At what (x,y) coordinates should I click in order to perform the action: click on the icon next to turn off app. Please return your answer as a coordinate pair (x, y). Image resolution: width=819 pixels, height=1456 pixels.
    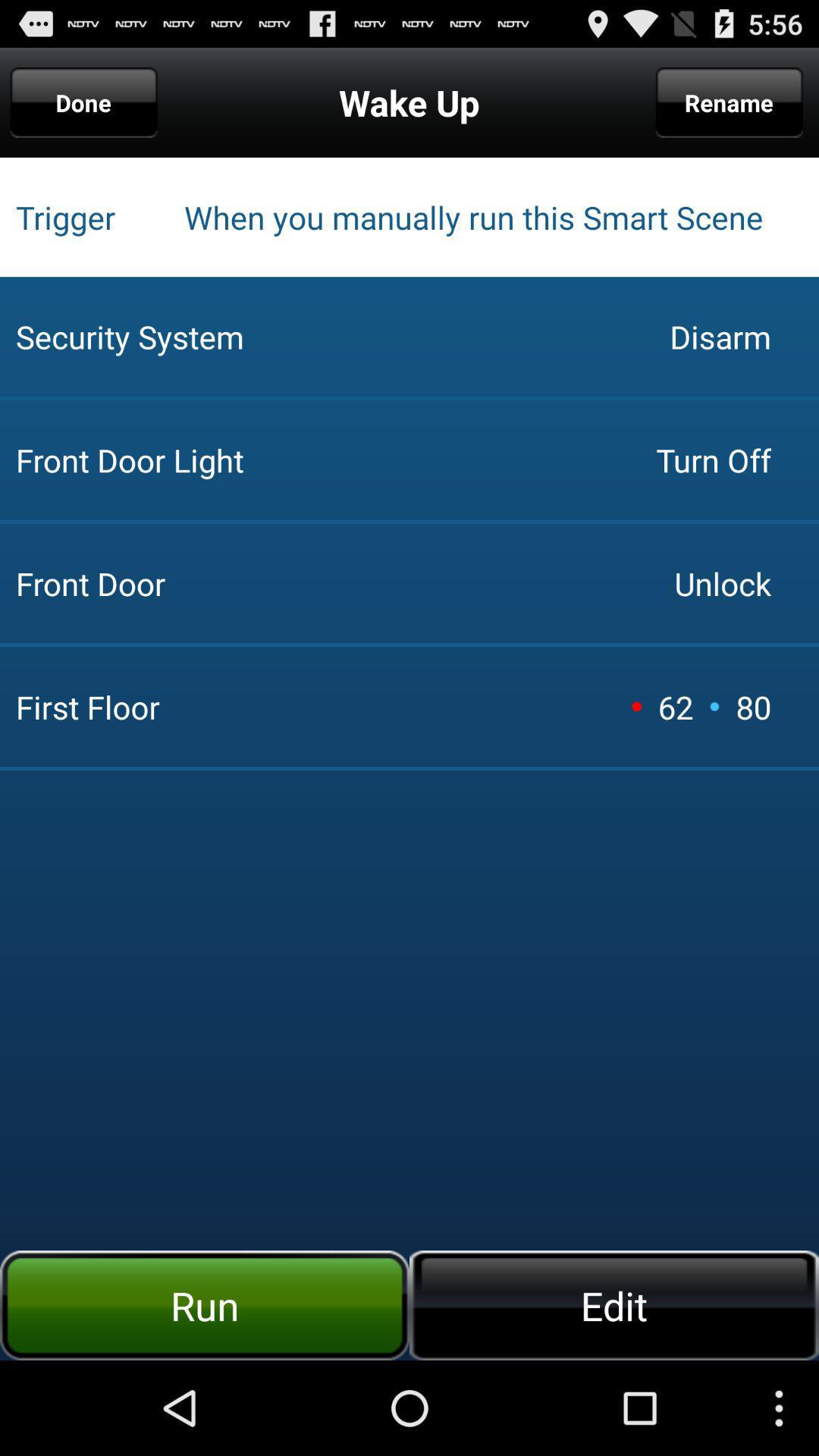
    Looking at the image, I should click on (329, 335).